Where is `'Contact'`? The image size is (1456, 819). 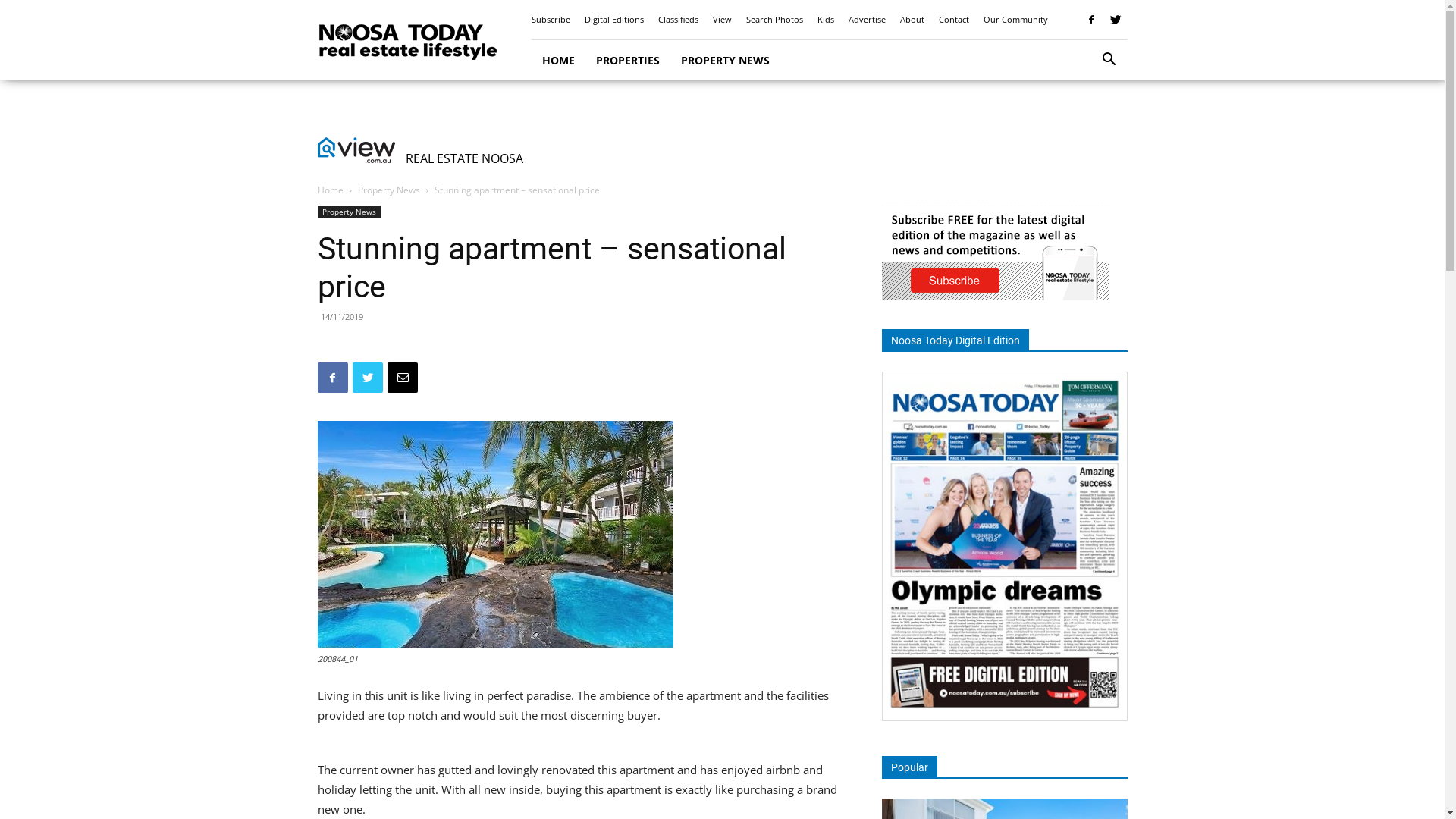 'Contact' is located at coordinates (952, 19).